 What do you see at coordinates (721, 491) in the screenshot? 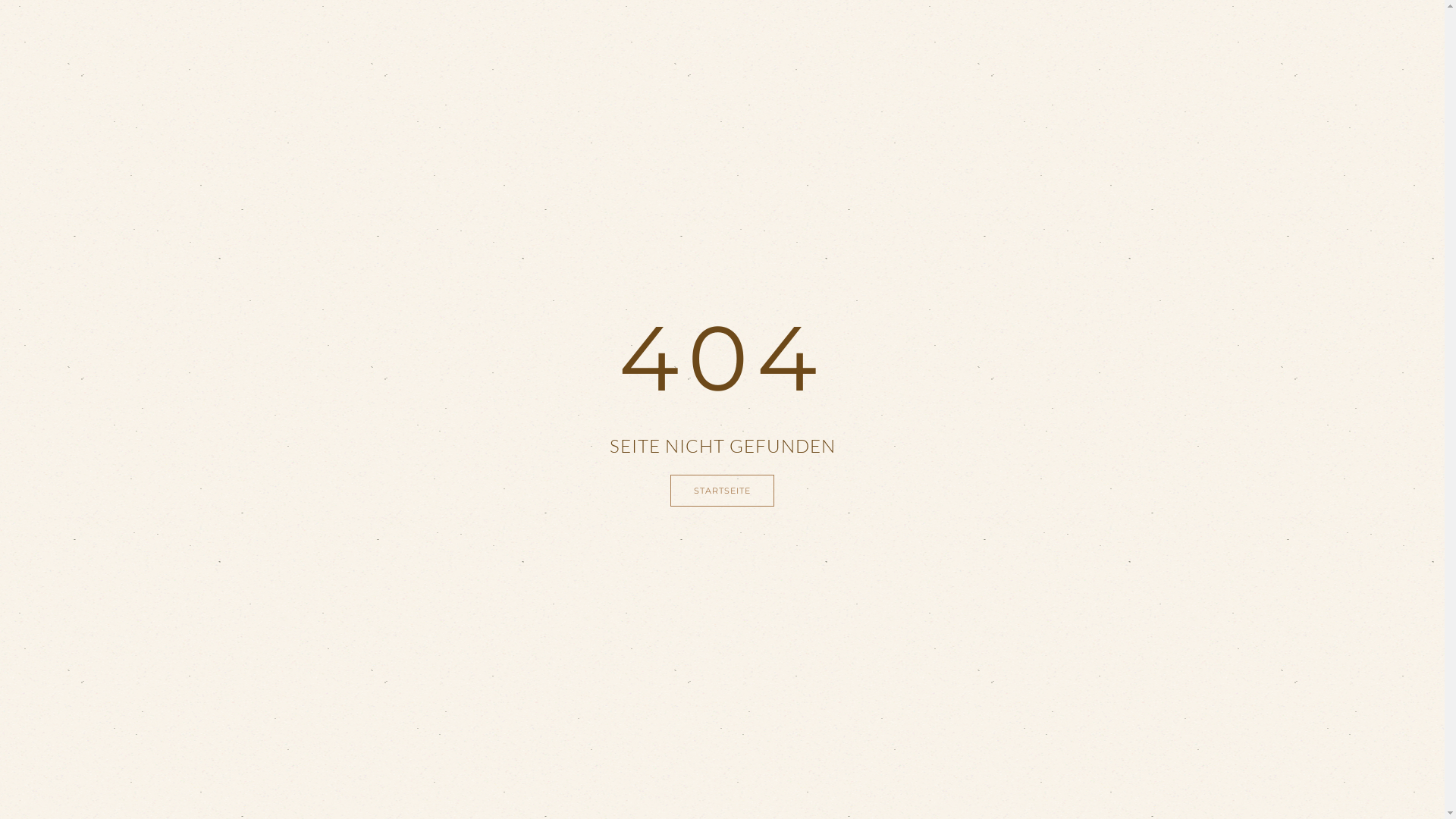
I see `'STARTSEITE'` at bounding box center [721, 491].